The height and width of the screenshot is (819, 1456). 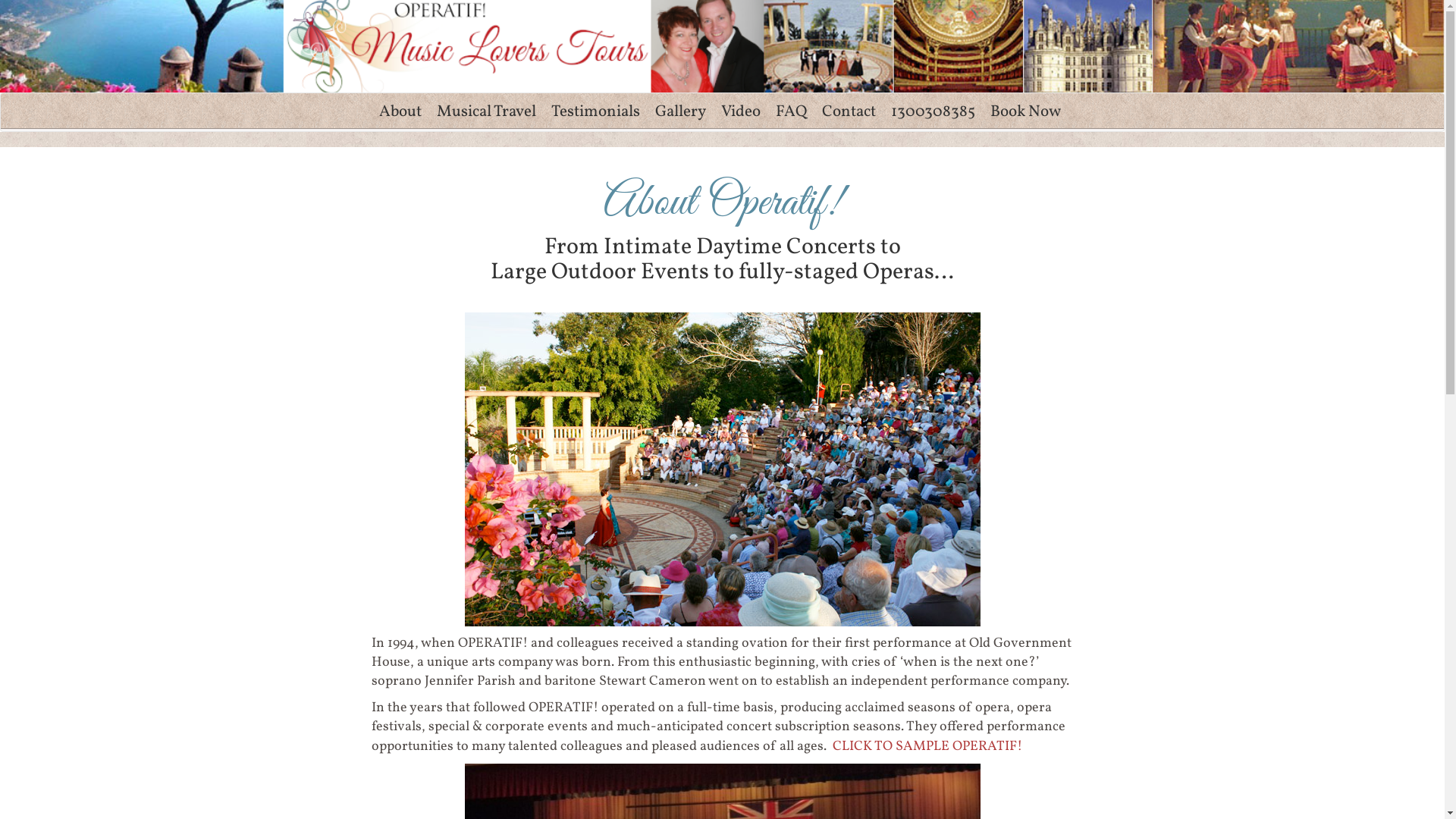 What do you see at coordinates (486, 111) in the screenshot?
I see `'Musical Travel'` at bounding box center [486, 111].